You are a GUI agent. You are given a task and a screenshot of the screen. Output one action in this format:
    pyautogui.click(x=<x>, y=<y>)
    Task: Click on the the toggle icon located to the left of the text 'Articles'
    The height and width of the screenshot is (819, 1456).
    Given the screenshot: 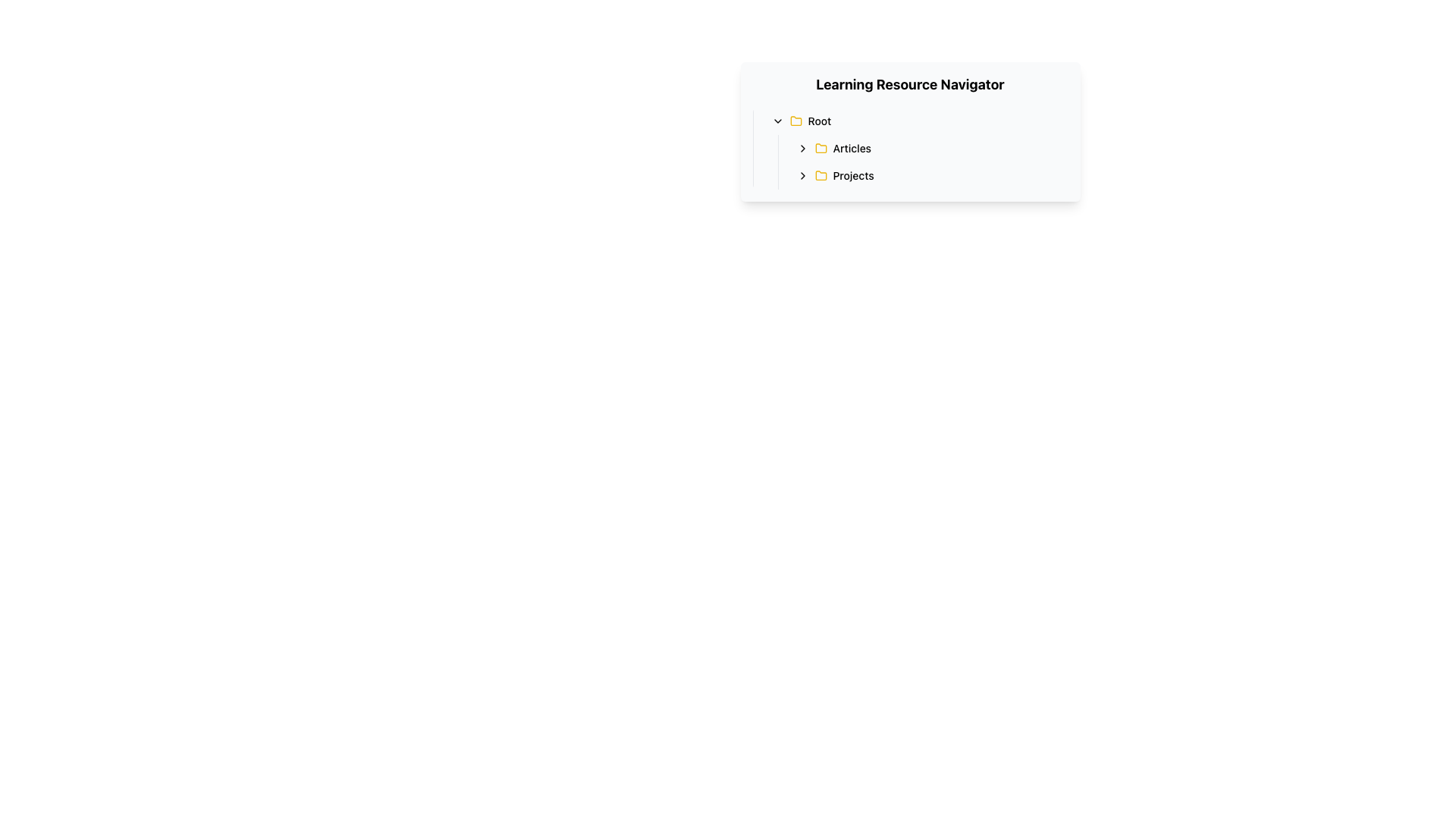 What is the action you would take?
    pyautogui.click(x=802, y=149)
    